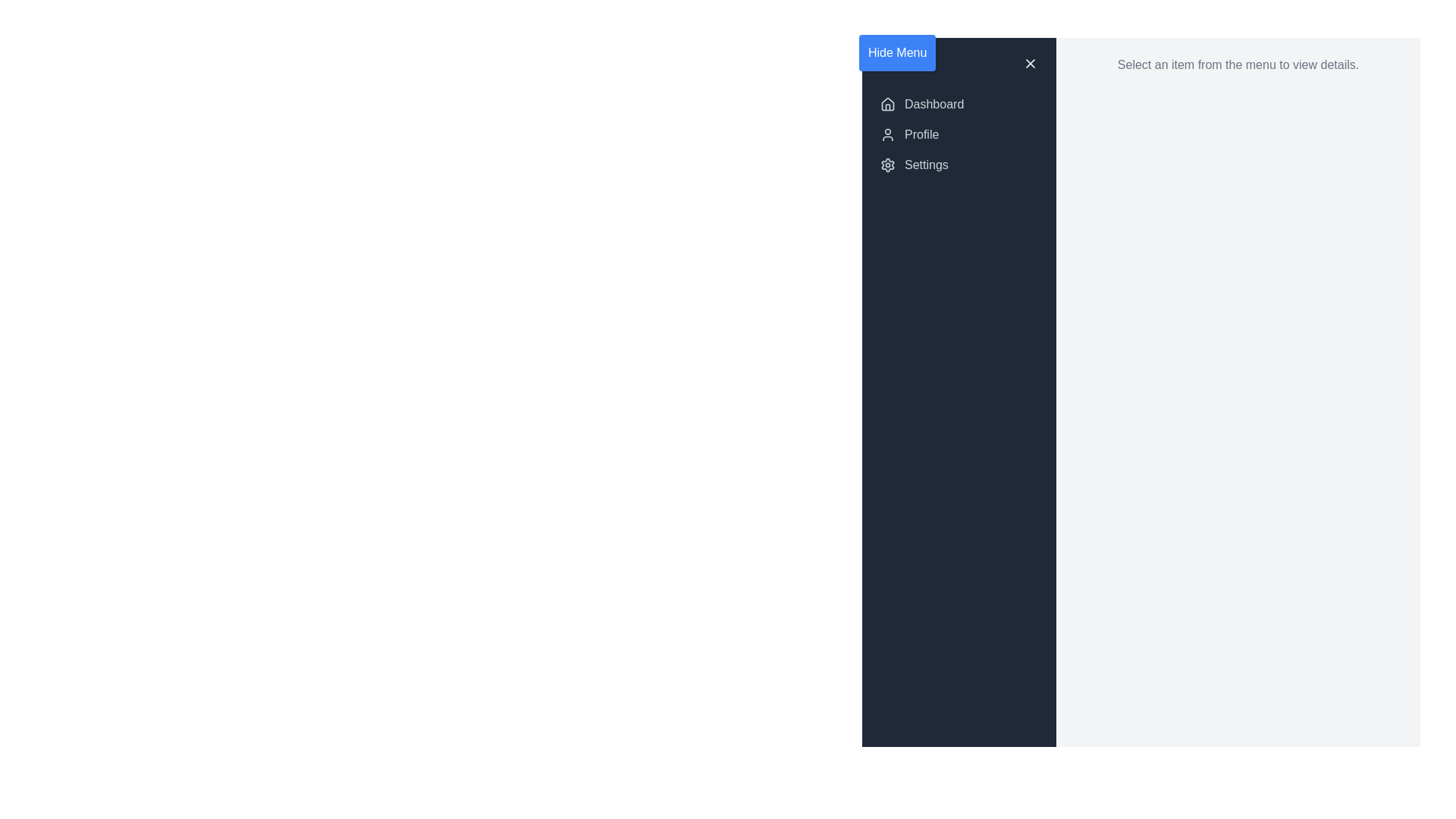  I want to click on the button located at the top of the side navigation bar, which is used to hide or collapse the side navigation menu, so click(897, 52).